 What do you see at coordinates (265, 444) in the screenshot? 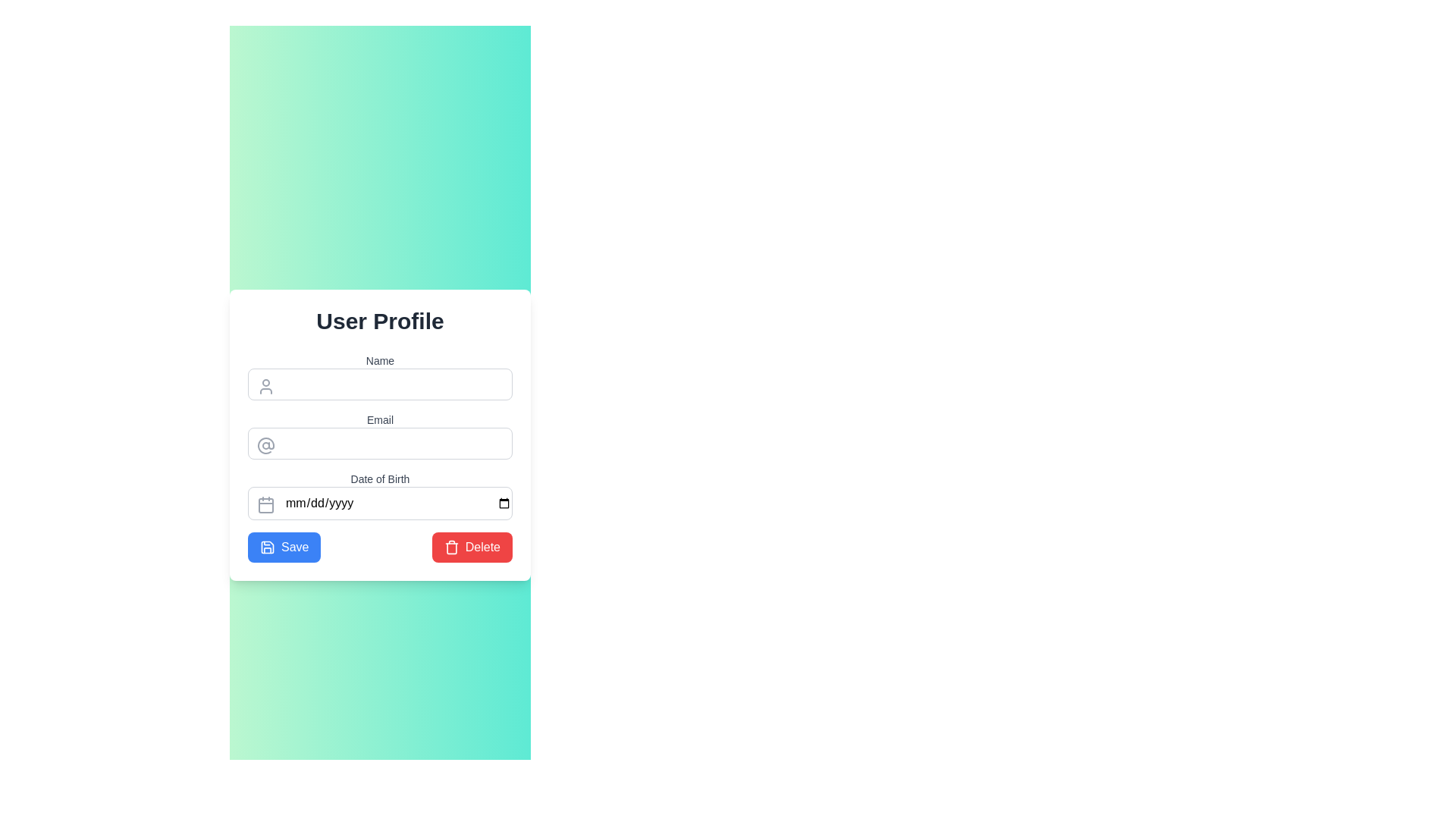
I see `the email input field icon located to the left inside the email input field, near the 'Email' label` at bounding box center [265, 444].